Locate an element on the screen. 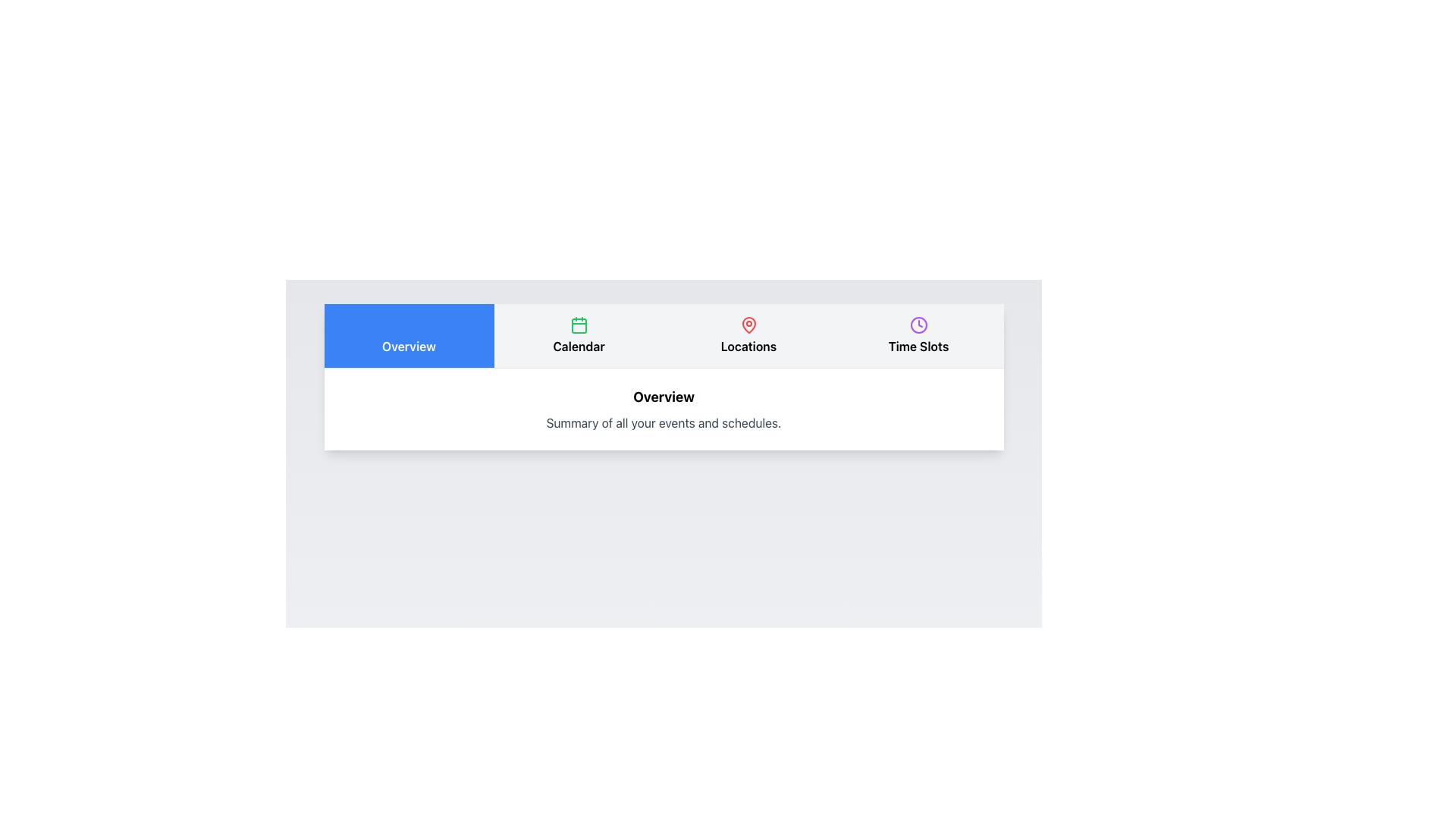 The height and width of the screenshot is (819, 1456). the calendar icon in the horizontal menu bar is located at coordinates (578, 324).